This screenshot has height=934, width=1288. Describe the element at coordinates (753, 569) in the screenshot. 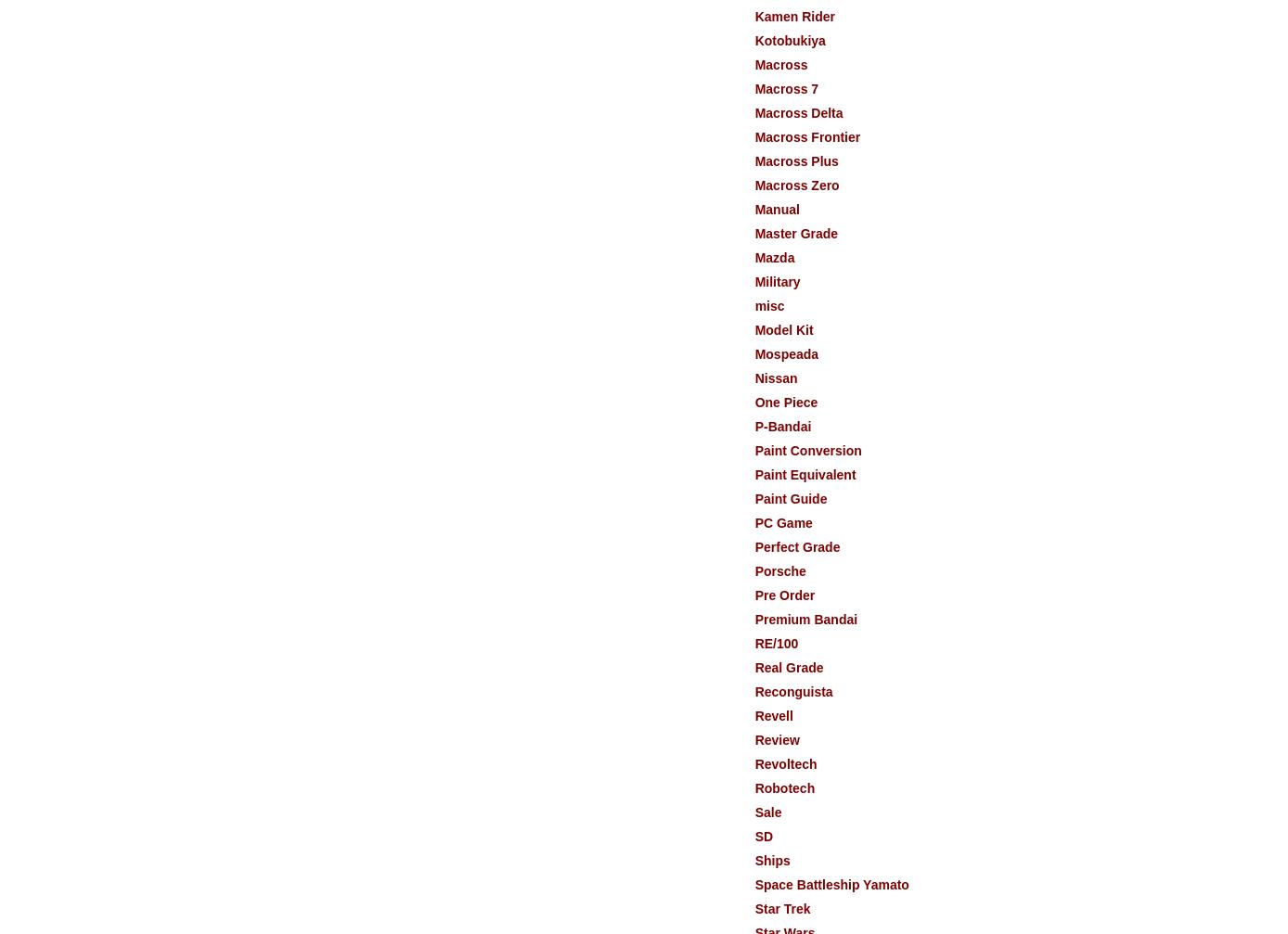

I see `'Porsche'` at that location.